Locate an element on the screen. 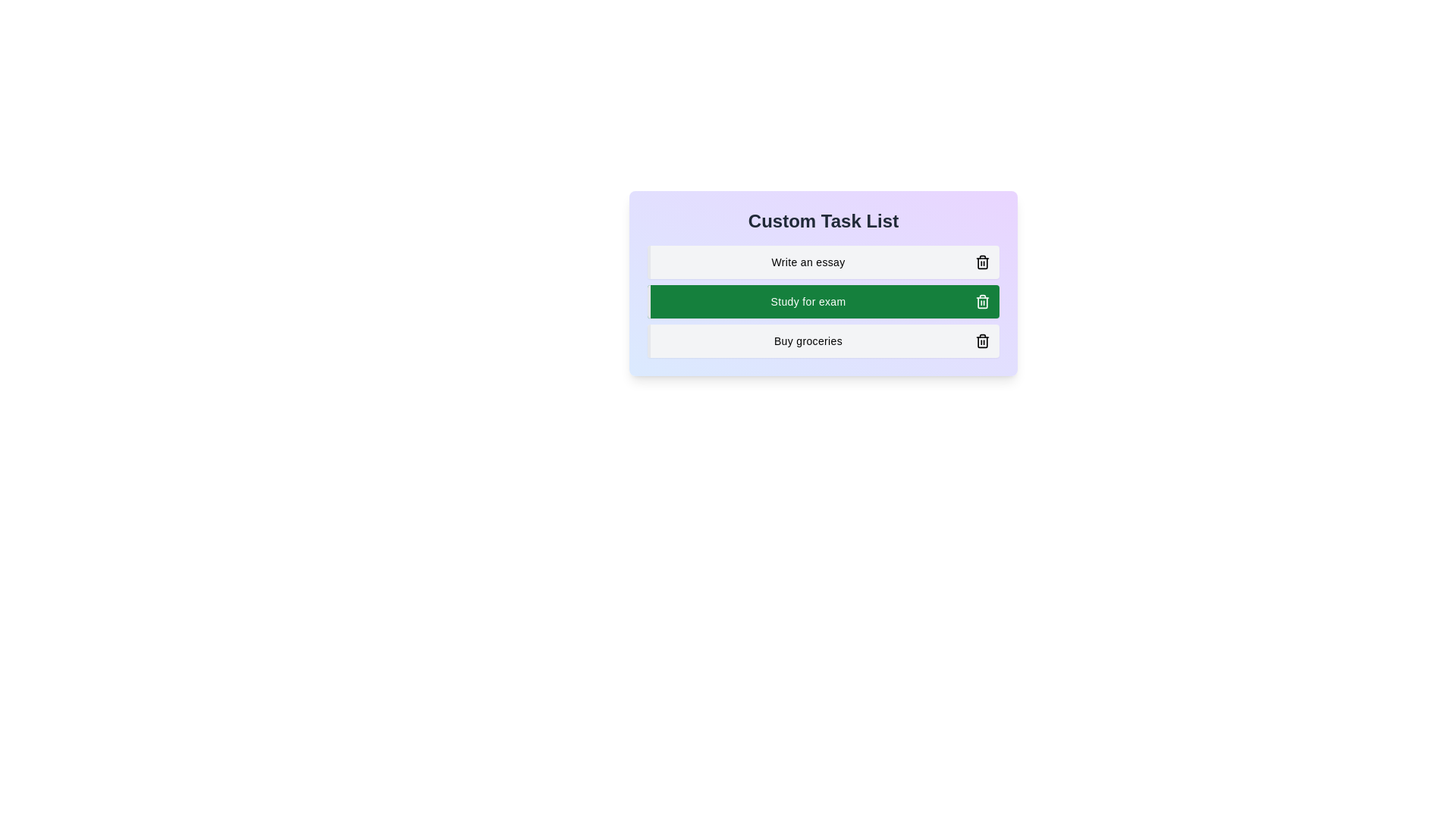 The height and width of the screenshot is (819, 1456). trash icon corresponding to the task 'Study for exam' to delete it is located at coordinates (983, 301).